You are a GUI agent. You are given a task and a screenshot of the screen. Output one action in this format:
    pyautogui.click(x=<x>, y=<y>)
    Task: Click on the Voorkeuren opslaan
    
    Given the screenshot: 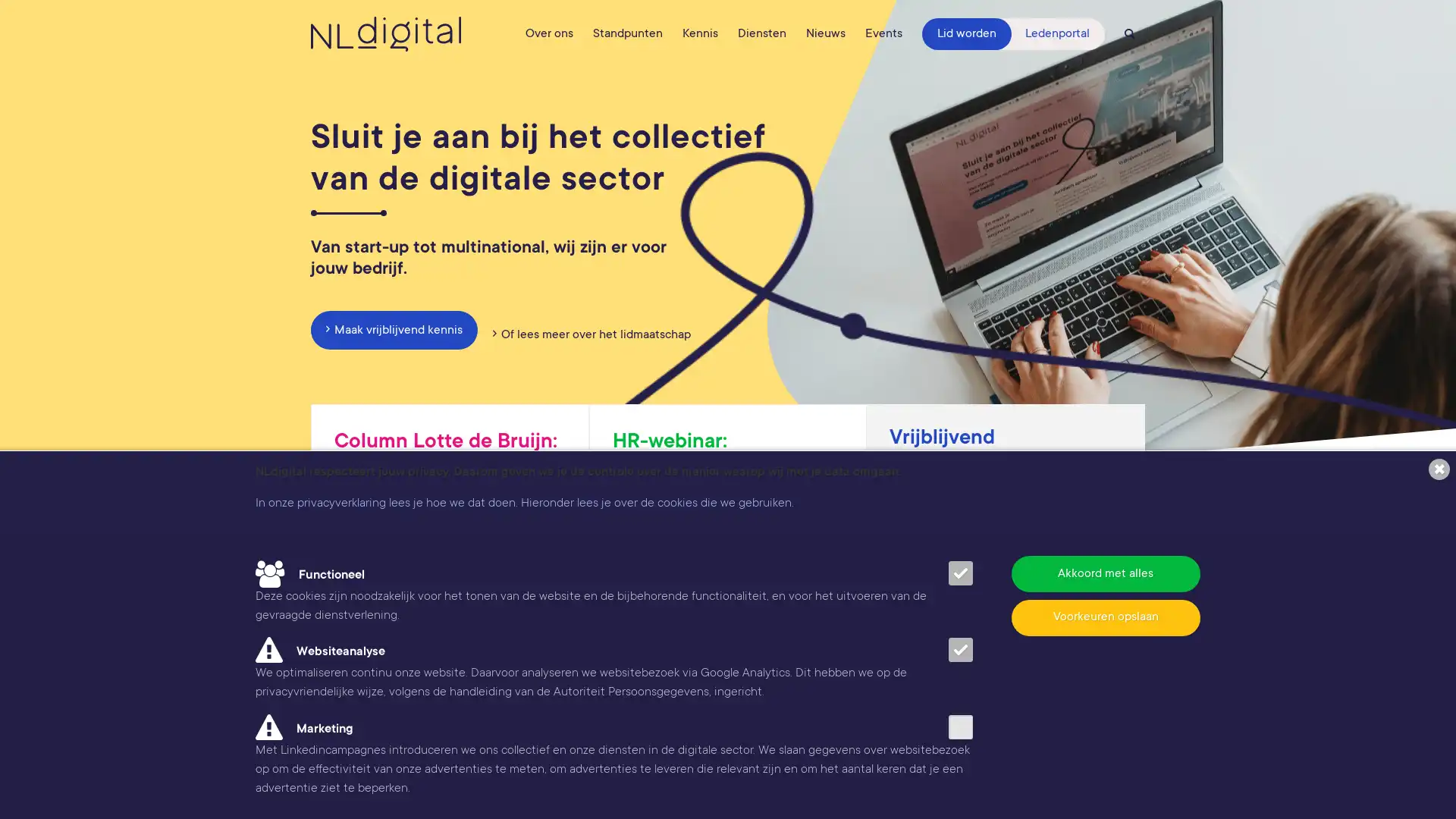 What is the action you would take?
    pyautogui.click(x=1106, y=617)
    